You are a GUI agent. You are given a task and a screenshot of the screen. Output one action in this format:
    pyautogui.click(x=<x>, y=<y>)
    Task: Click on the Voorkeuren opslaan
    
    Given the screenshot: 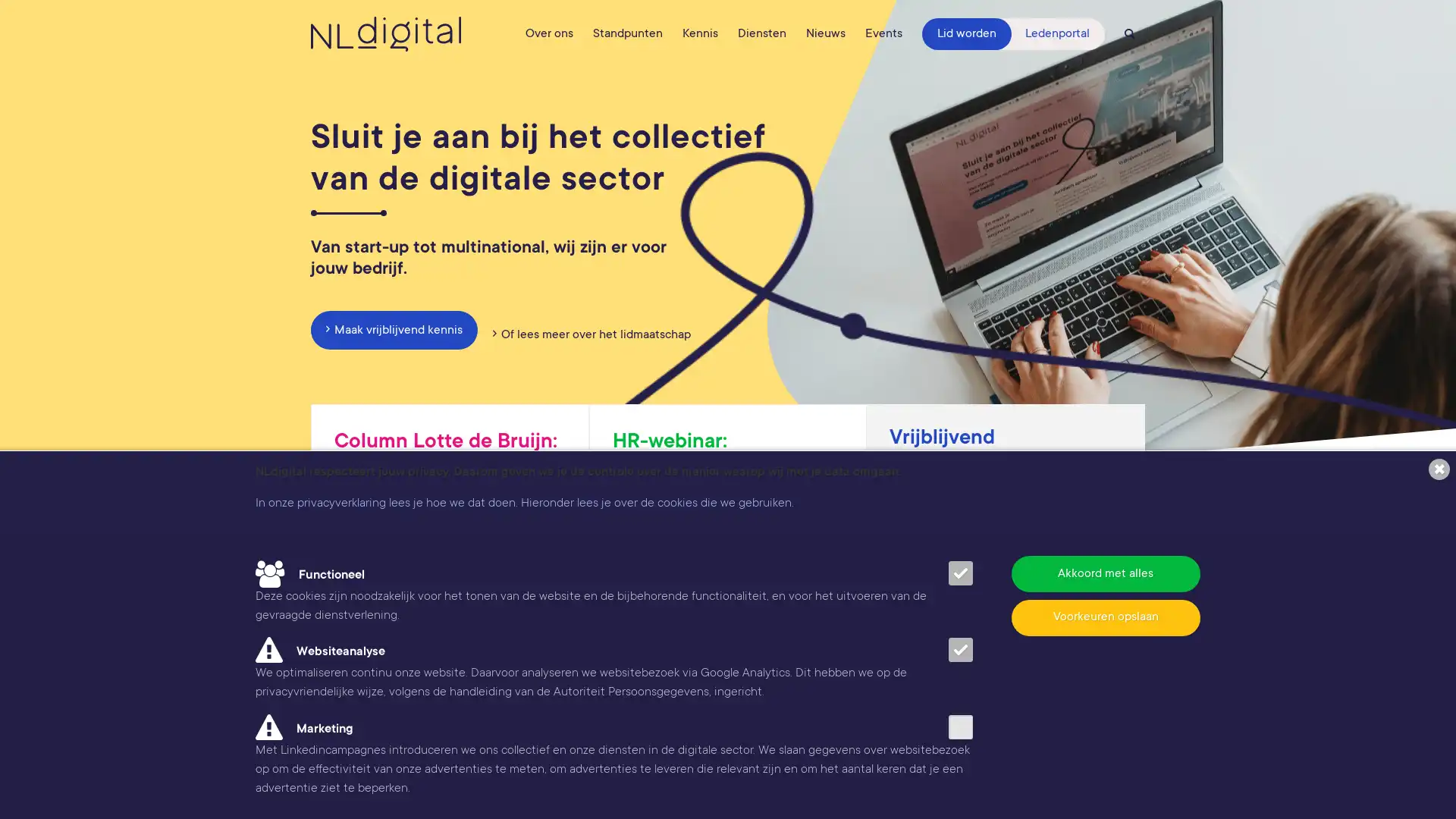 What is the action you would take?
    pyautogui.click(x=1106, y=617)
    